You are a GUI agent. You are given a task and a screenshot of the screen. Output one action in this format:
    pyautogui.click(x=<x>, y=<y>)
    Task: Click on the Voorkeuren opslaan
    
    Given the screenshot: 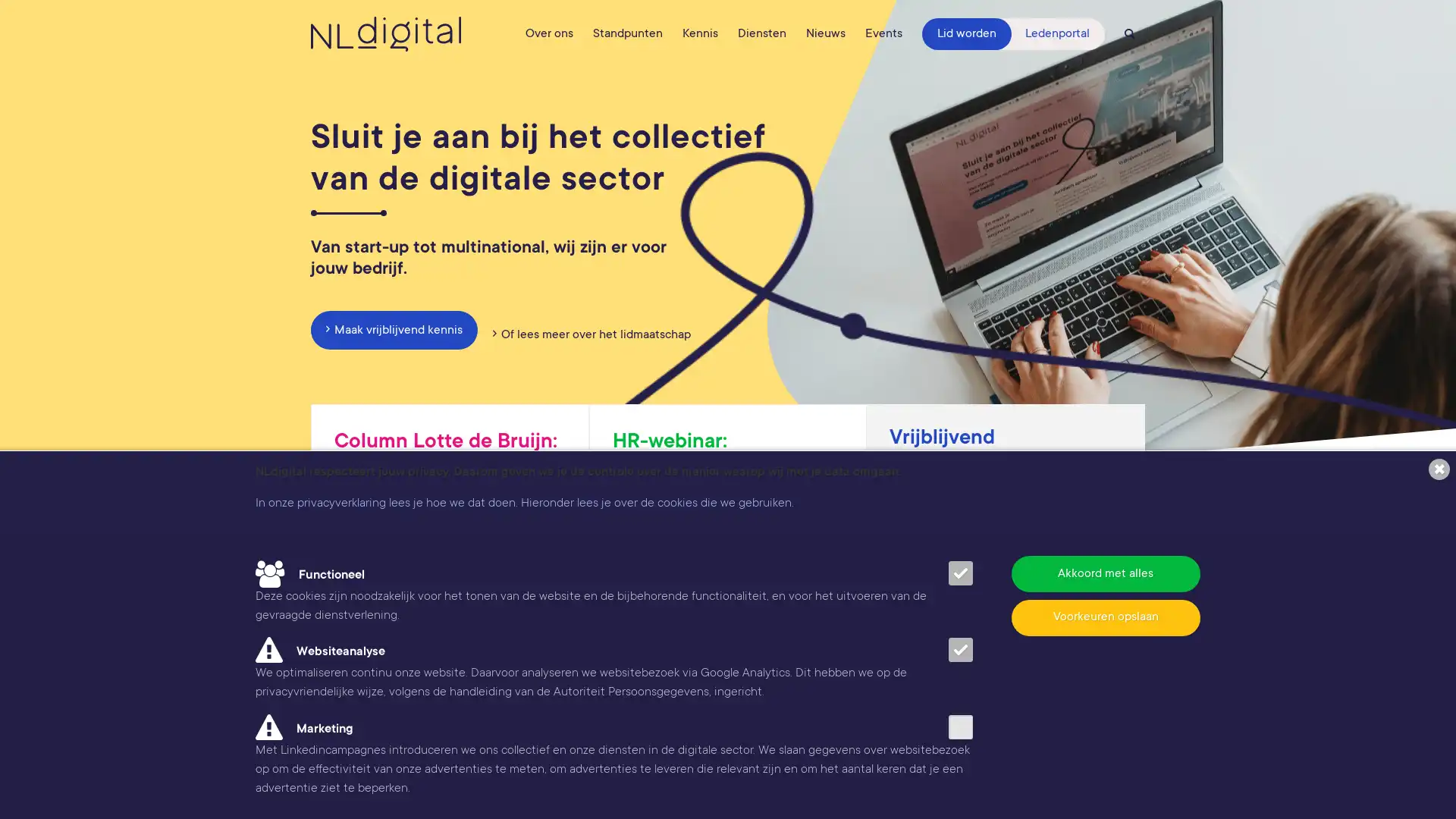 What is the action you would take?
    pyautogui.click(x=1106, y=617)
    